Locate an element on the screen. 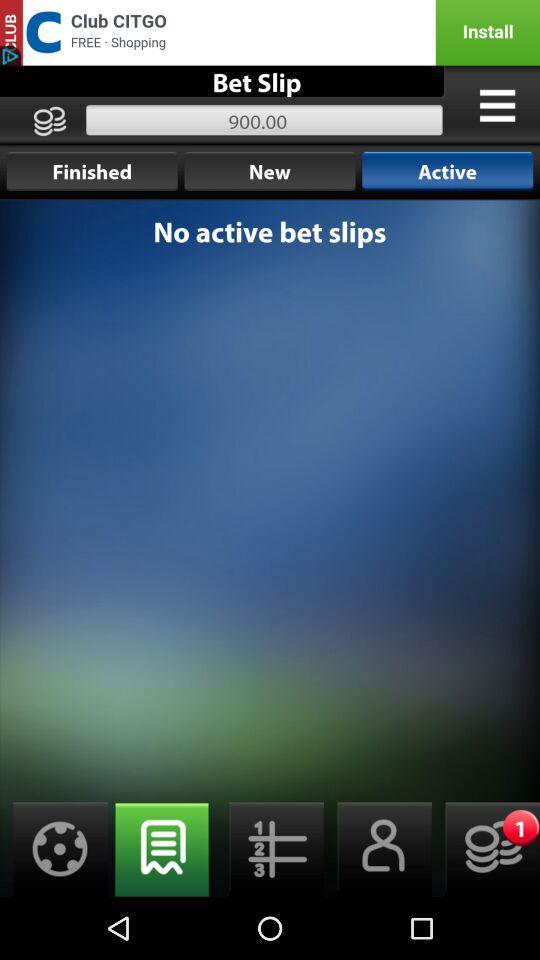  profile is located at coordinates (378, 848).